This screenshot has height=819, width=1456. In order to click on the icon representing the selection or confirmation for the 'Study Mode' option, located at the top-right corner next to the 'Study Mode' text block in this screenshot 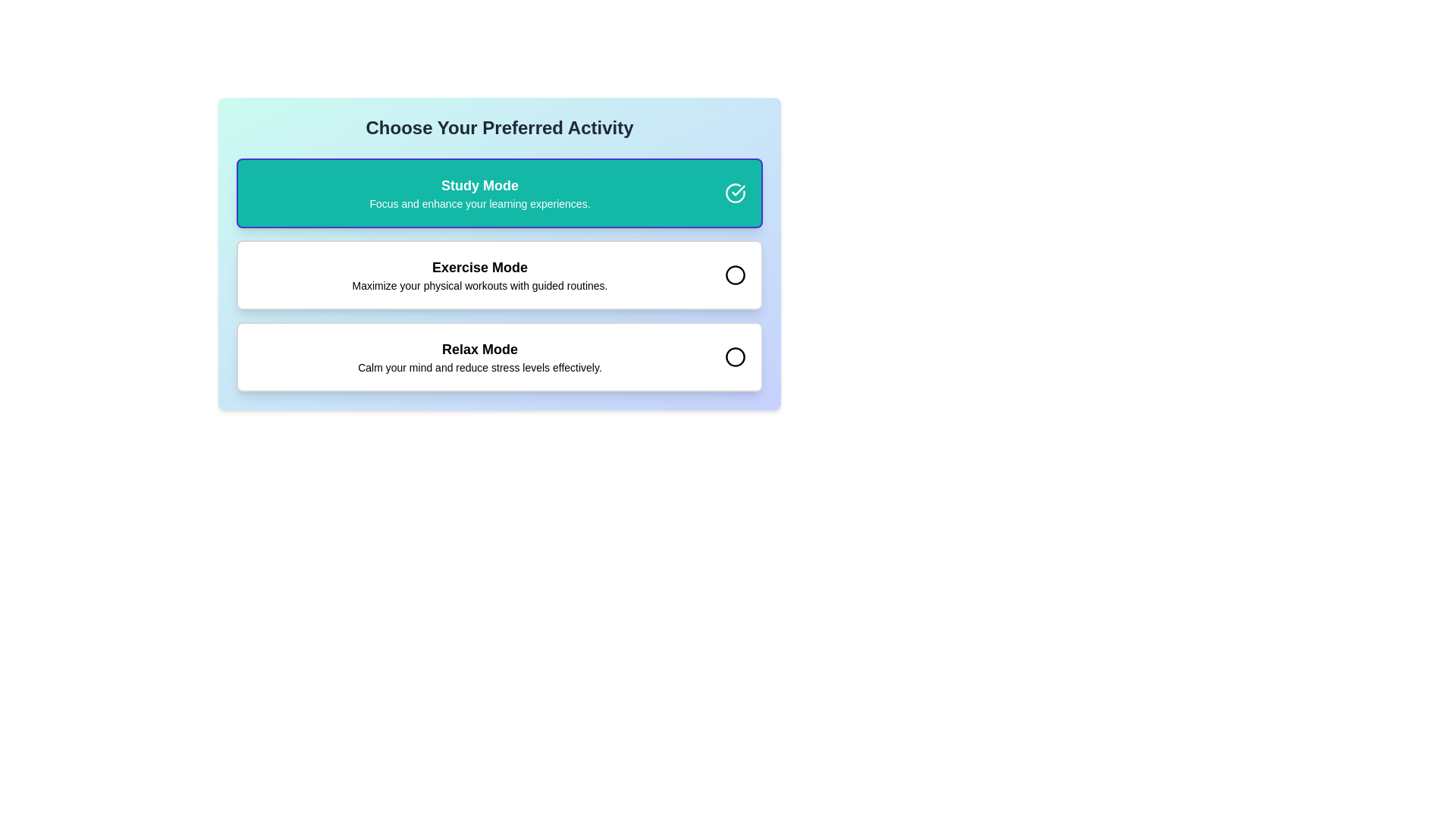, I will do `click(735, 192)`.